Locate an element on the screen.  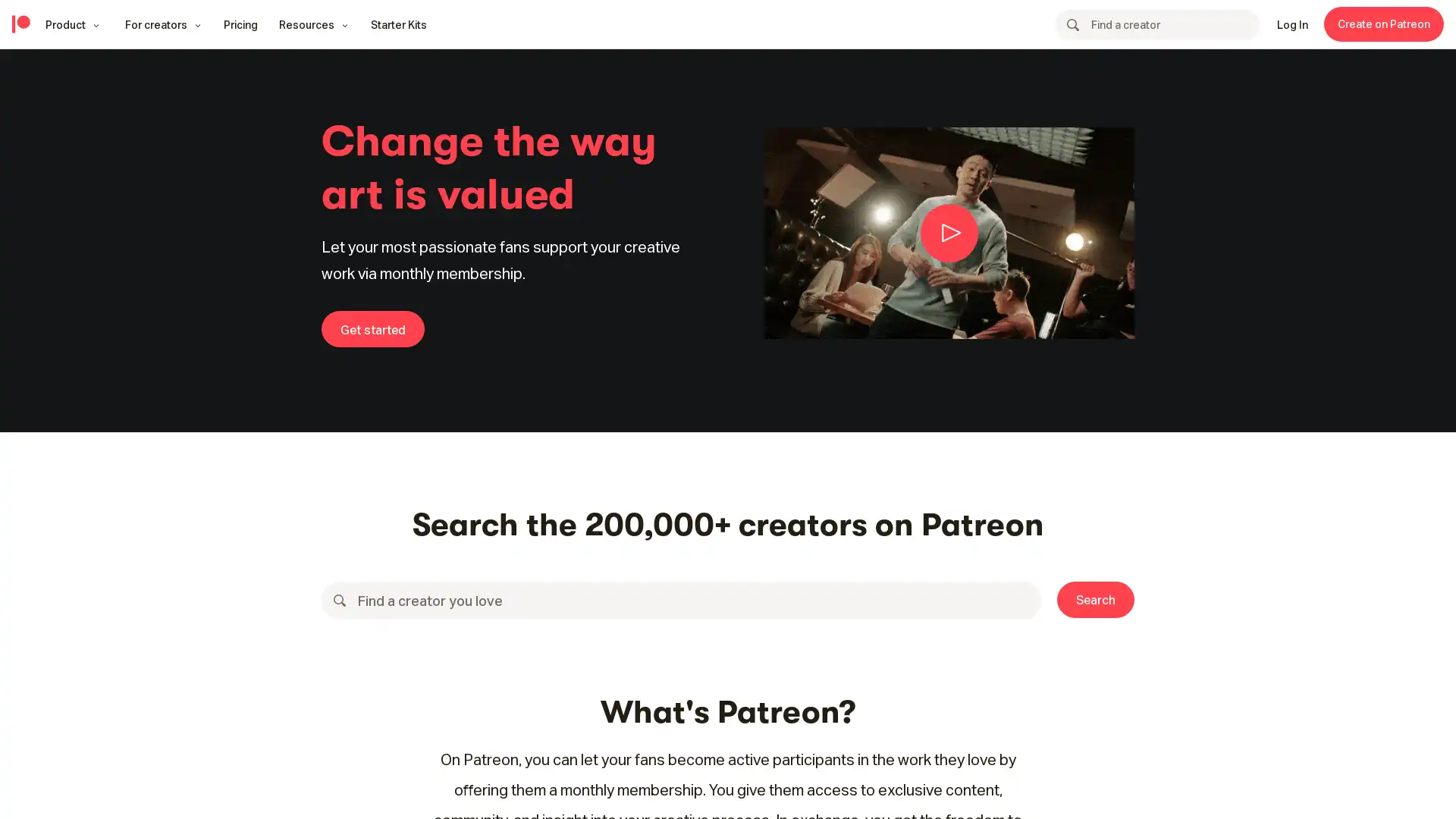
Animated preview of creativity video showing creators is located at coordinates (949, 233).